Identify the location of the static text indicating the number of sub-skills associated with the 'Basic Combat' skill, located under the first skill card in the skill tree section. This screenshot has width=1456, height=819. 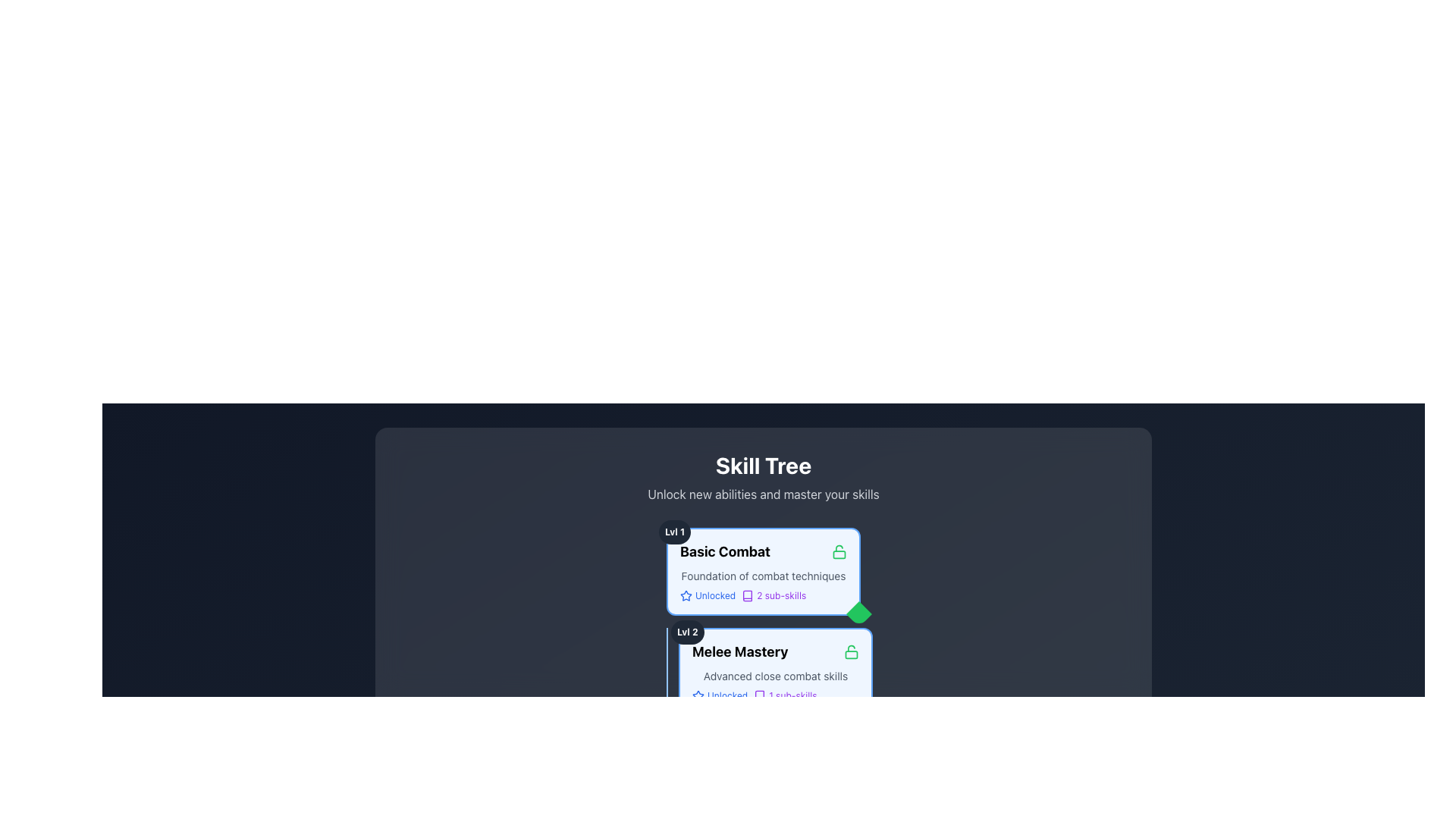
(781, 595).